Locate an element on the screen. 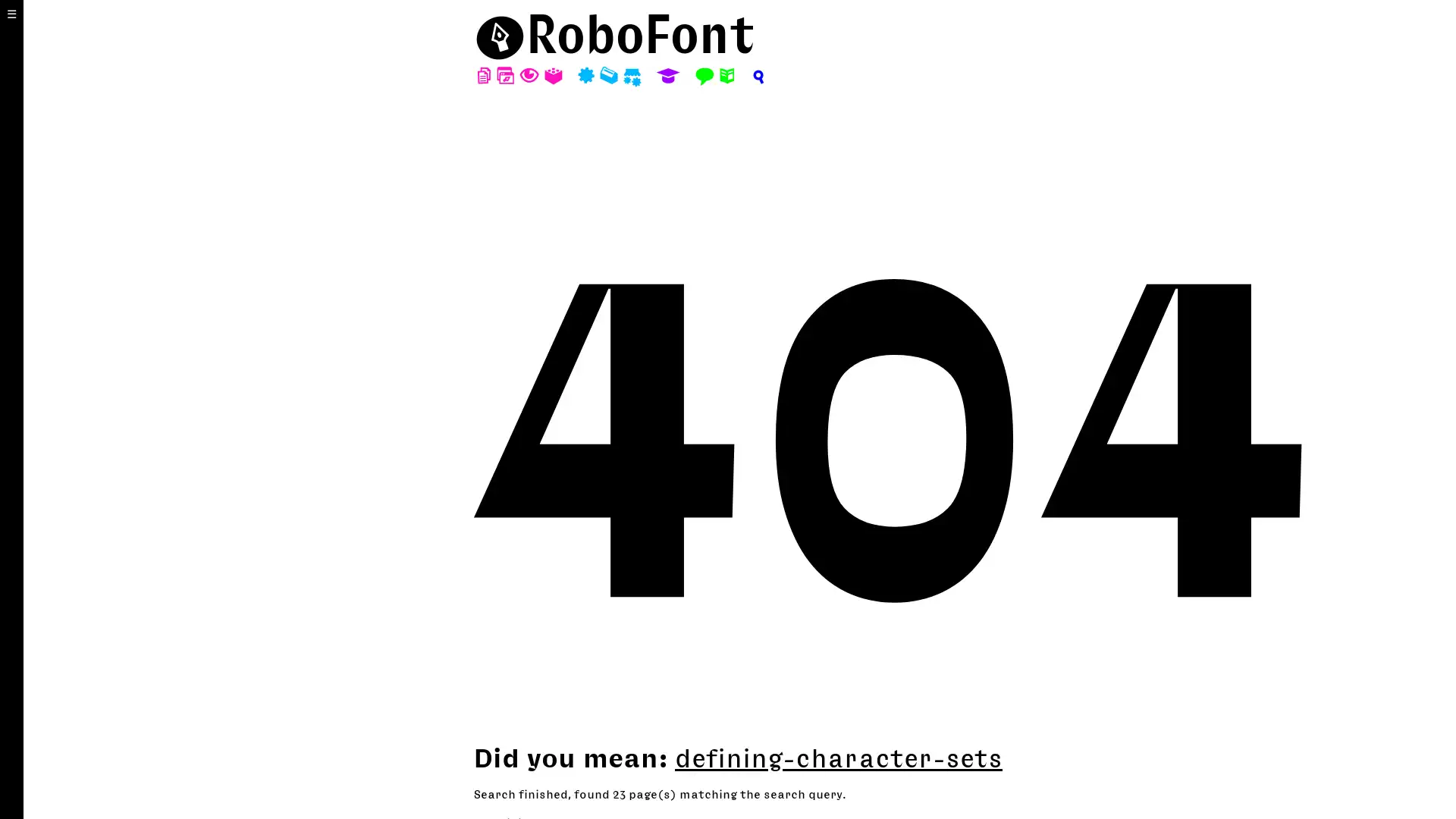  ? is located at coordinates (757, 76).